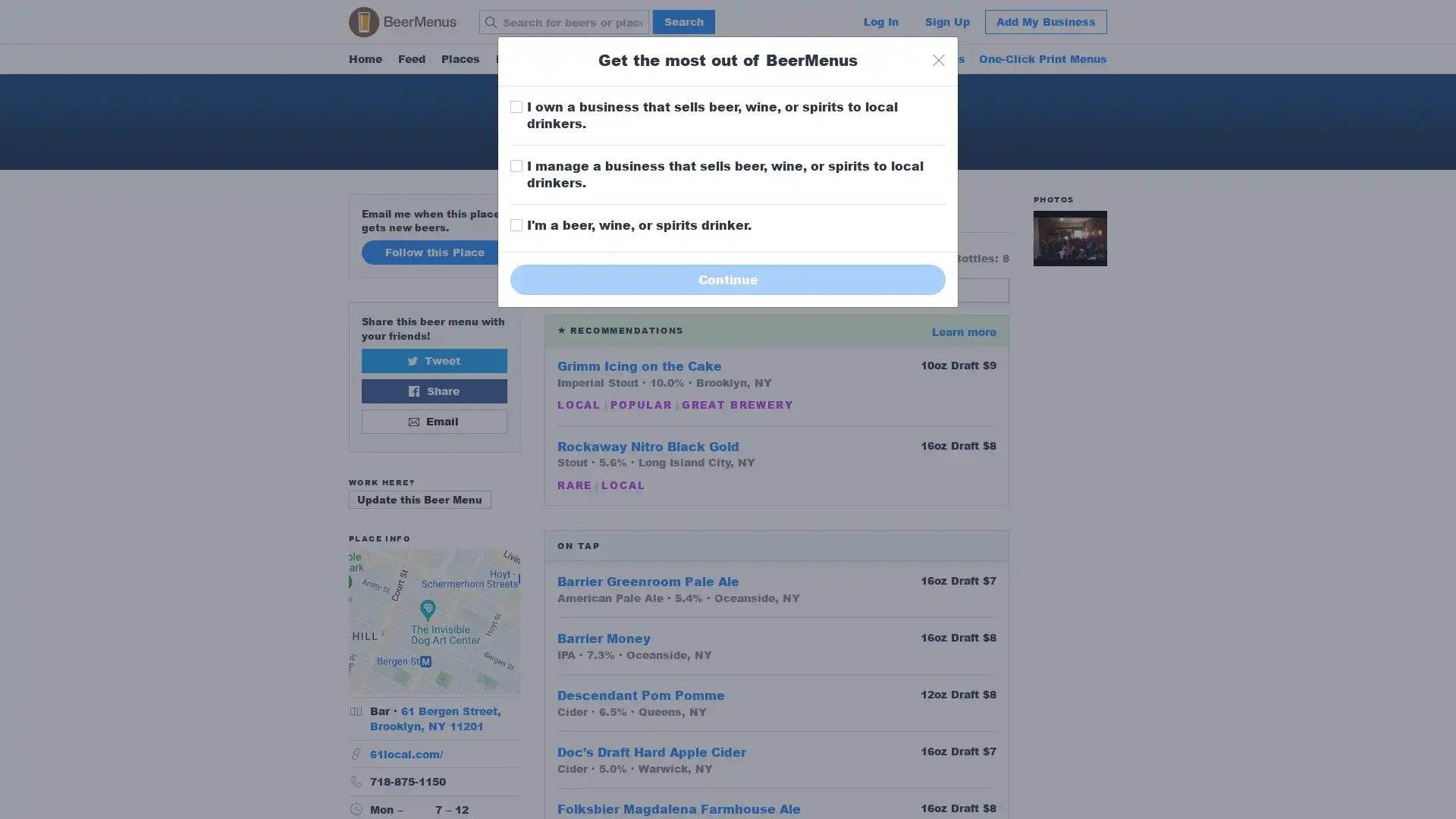 The image size is (1456, 819). I want to click on Follow this Place, so click(433, 251).